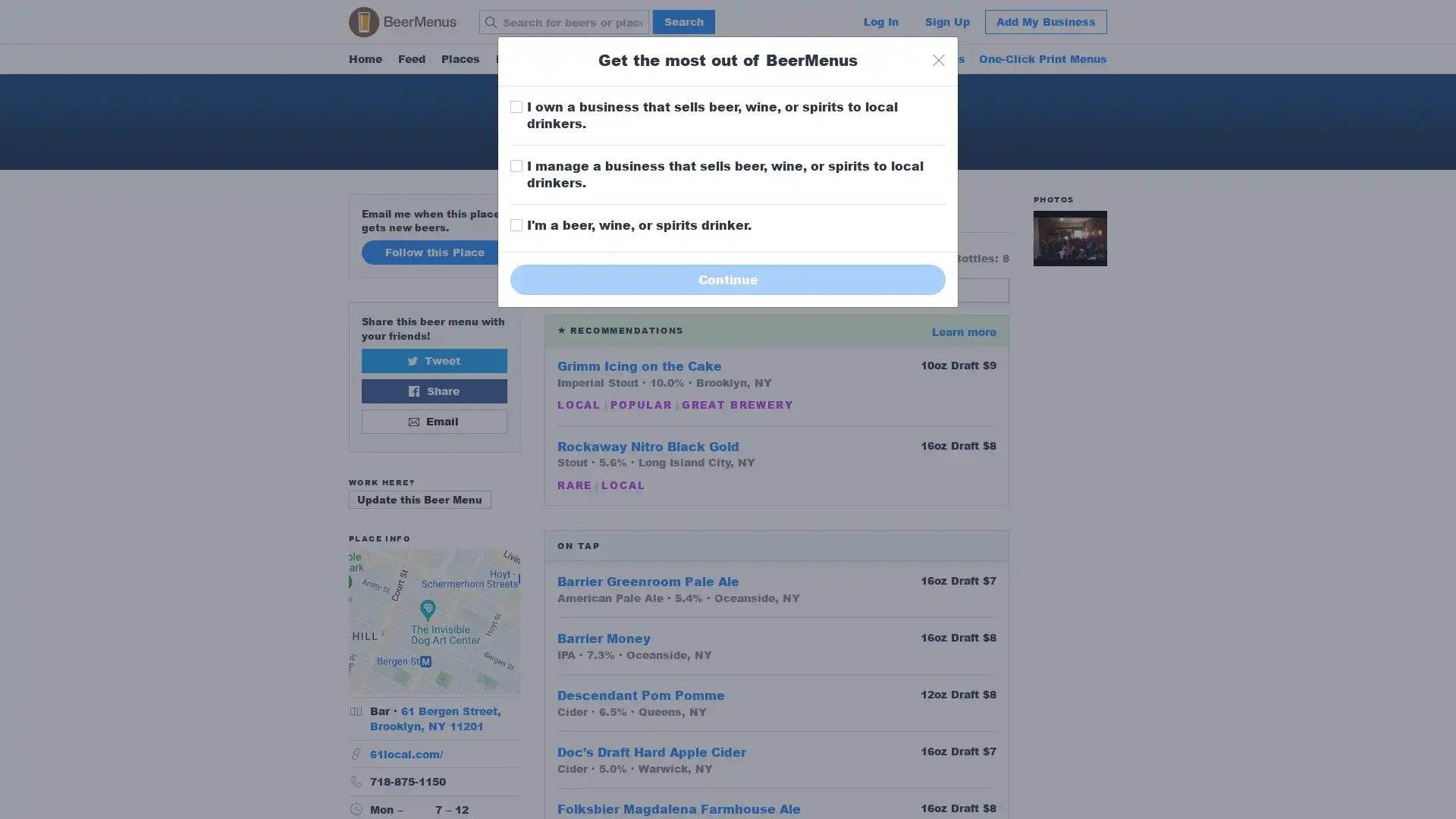 The image size is (1456, 819). I want to click on Follow this Place, so click(433, 251).